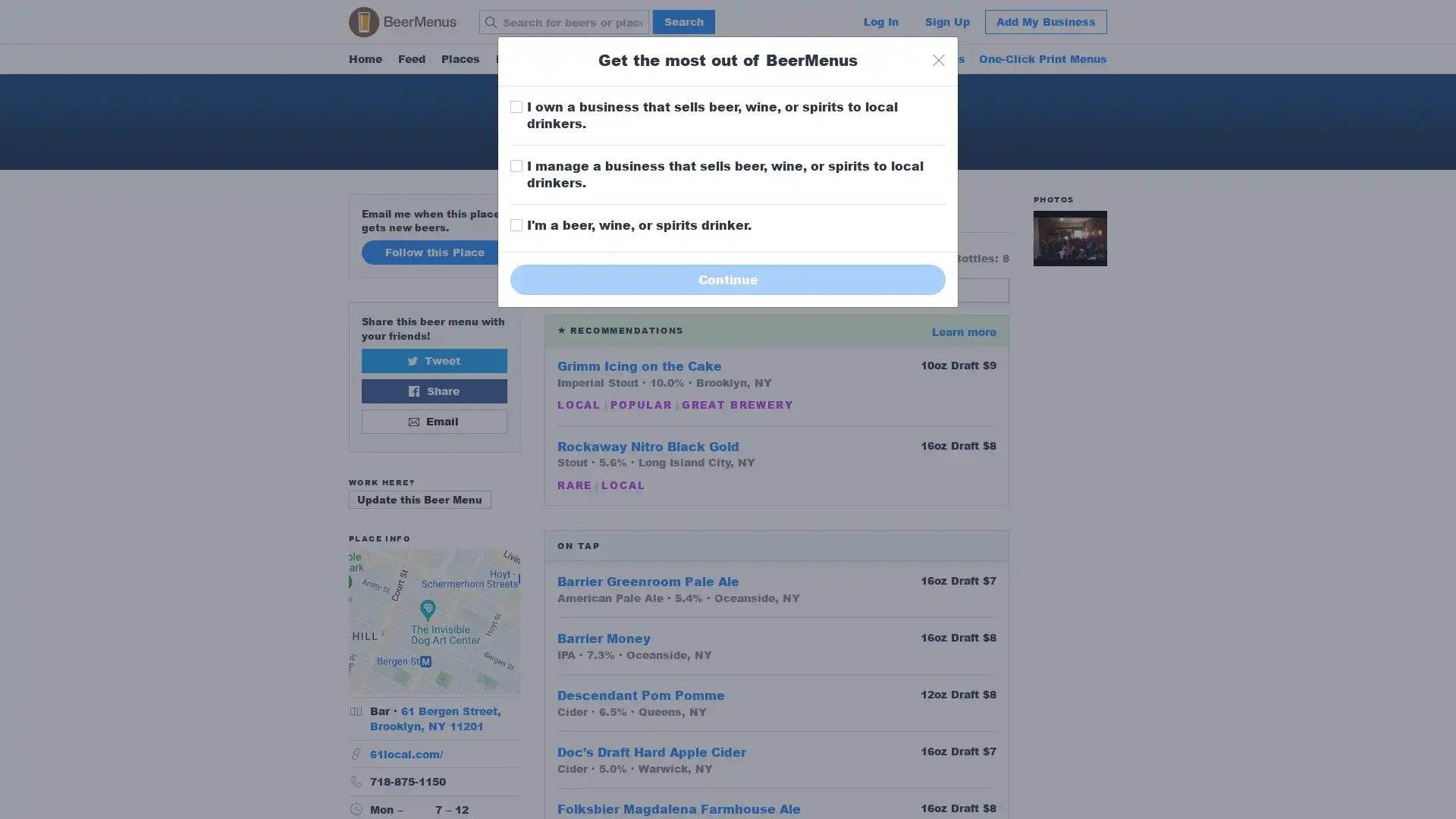 The image size is (1456, 819). I want to click on Follow this Place, so click(433, 251).